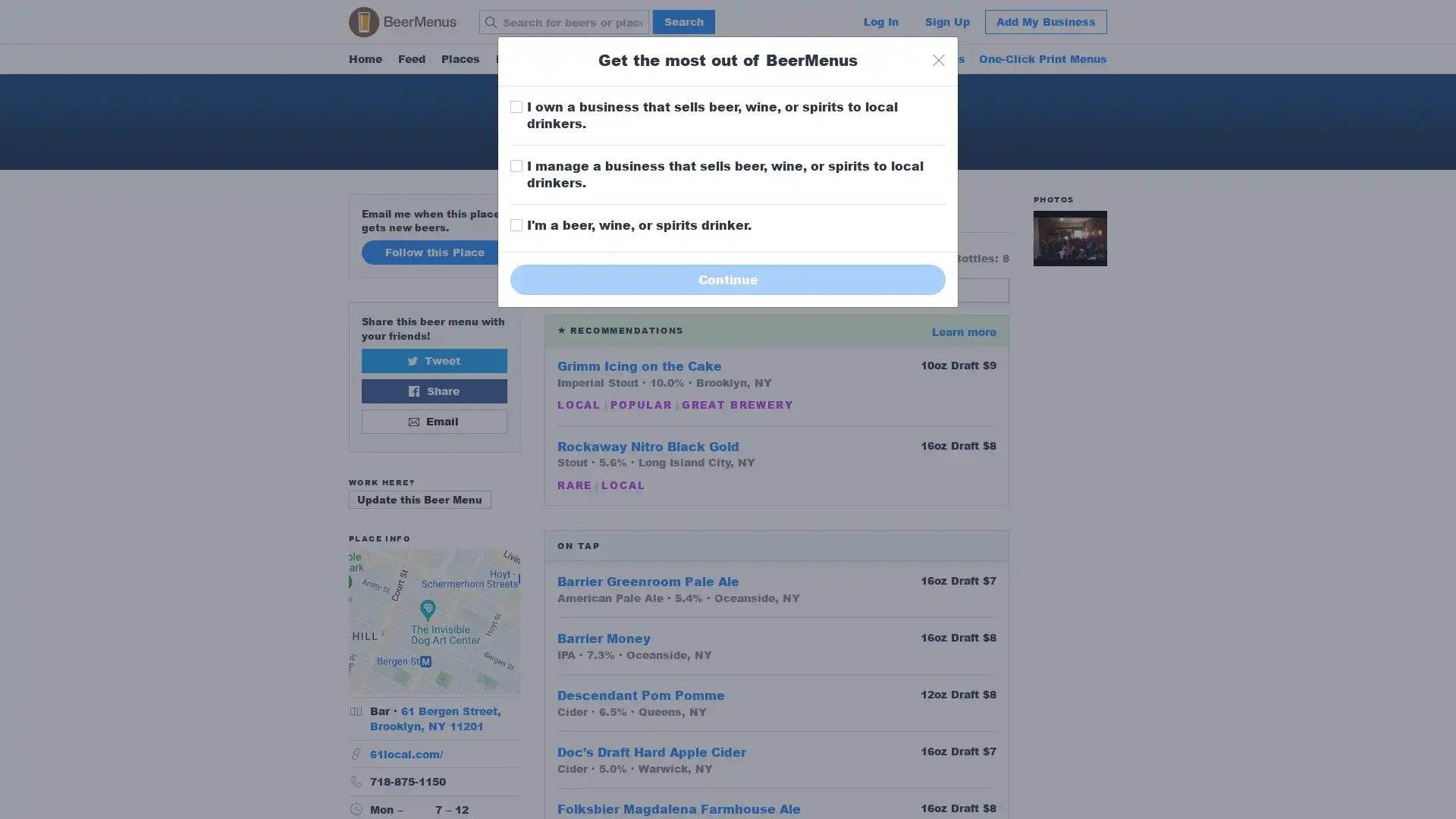 The image size is (1456, 819). I want to click on Follow this Place, so click(433, 251).